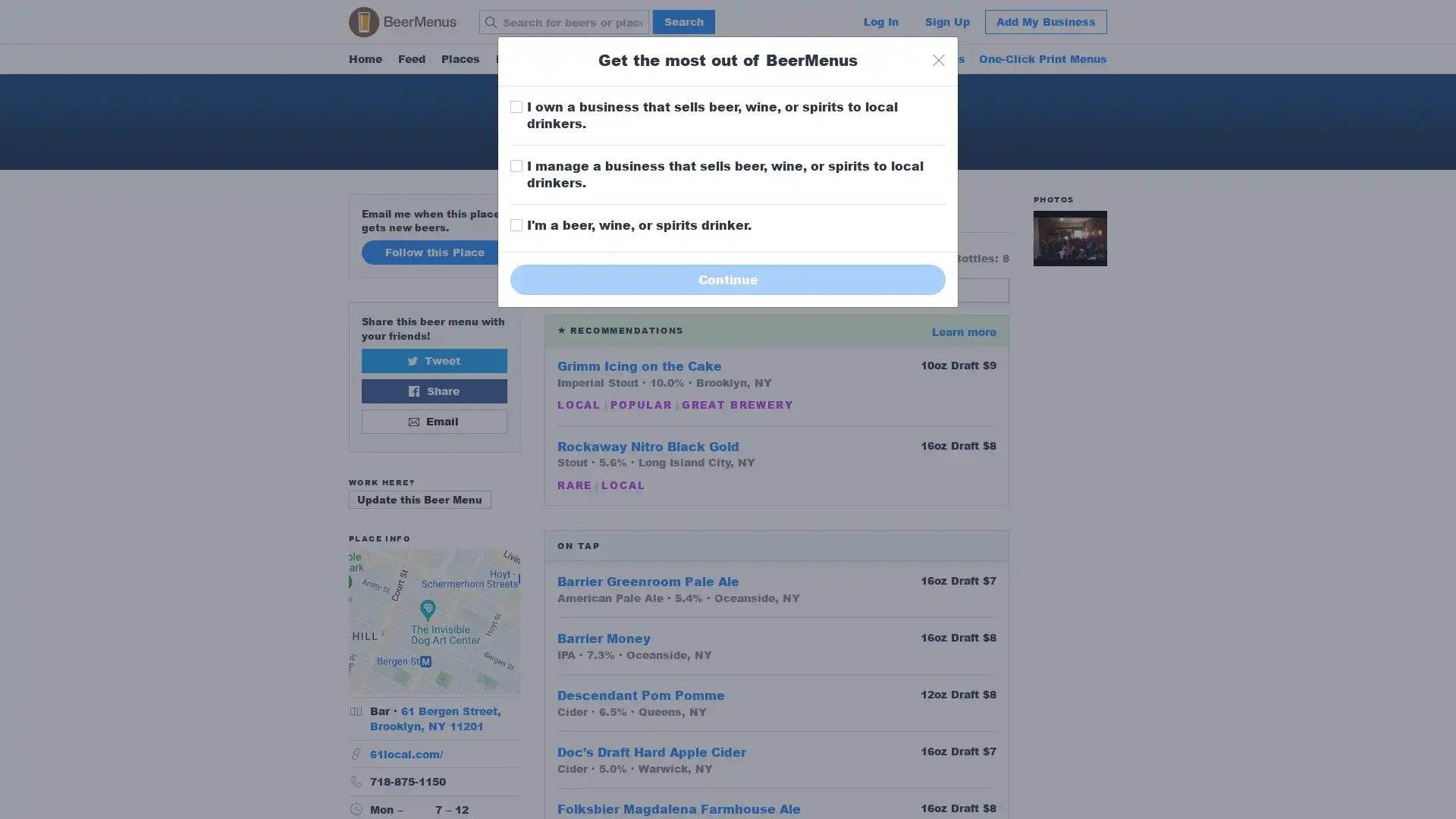 The image size is (1456, 819). I want to click on Follow this Place, so click(433, 251).